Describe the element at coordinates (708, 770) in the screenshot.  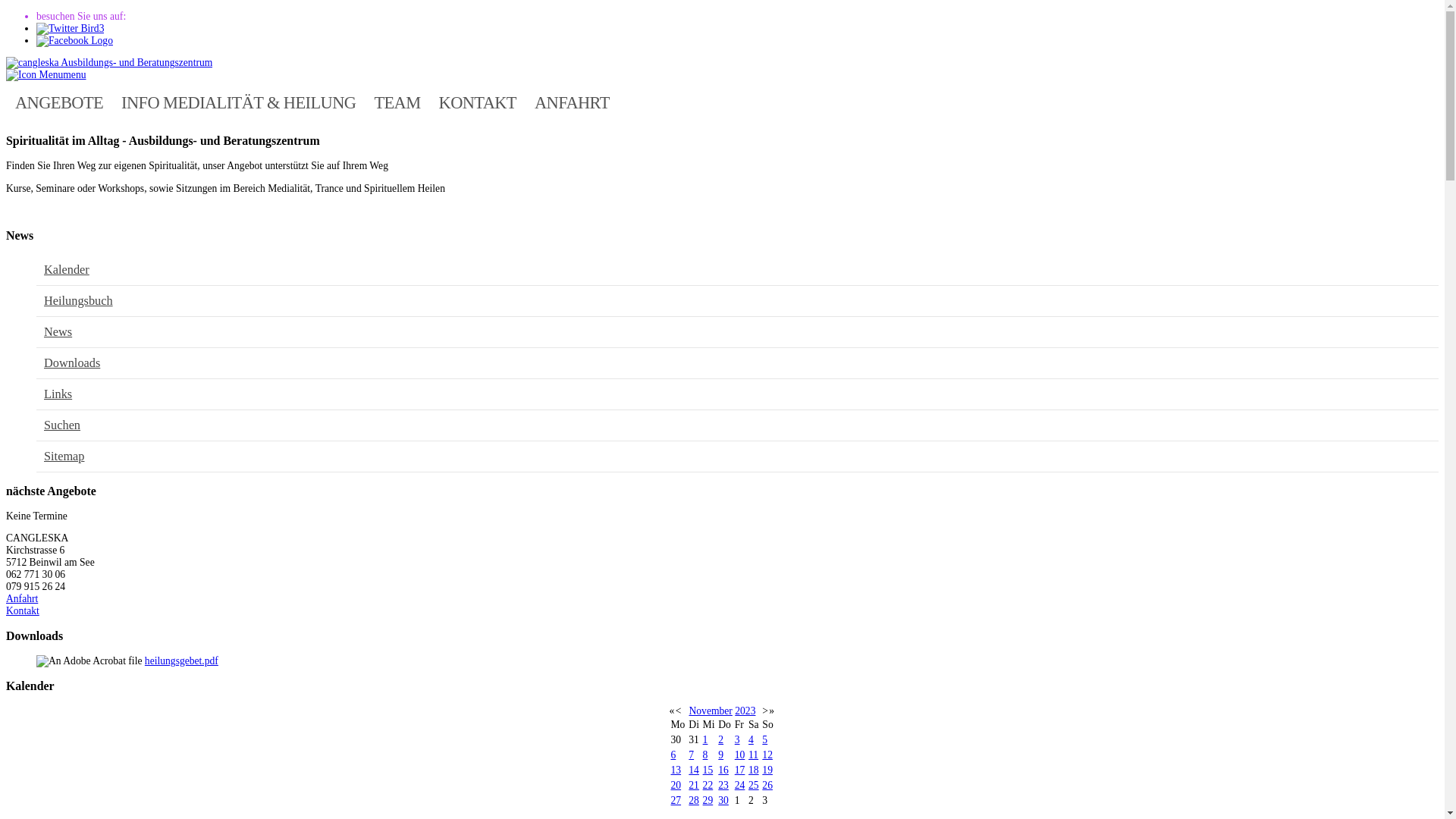
I see `'15'` at that location.